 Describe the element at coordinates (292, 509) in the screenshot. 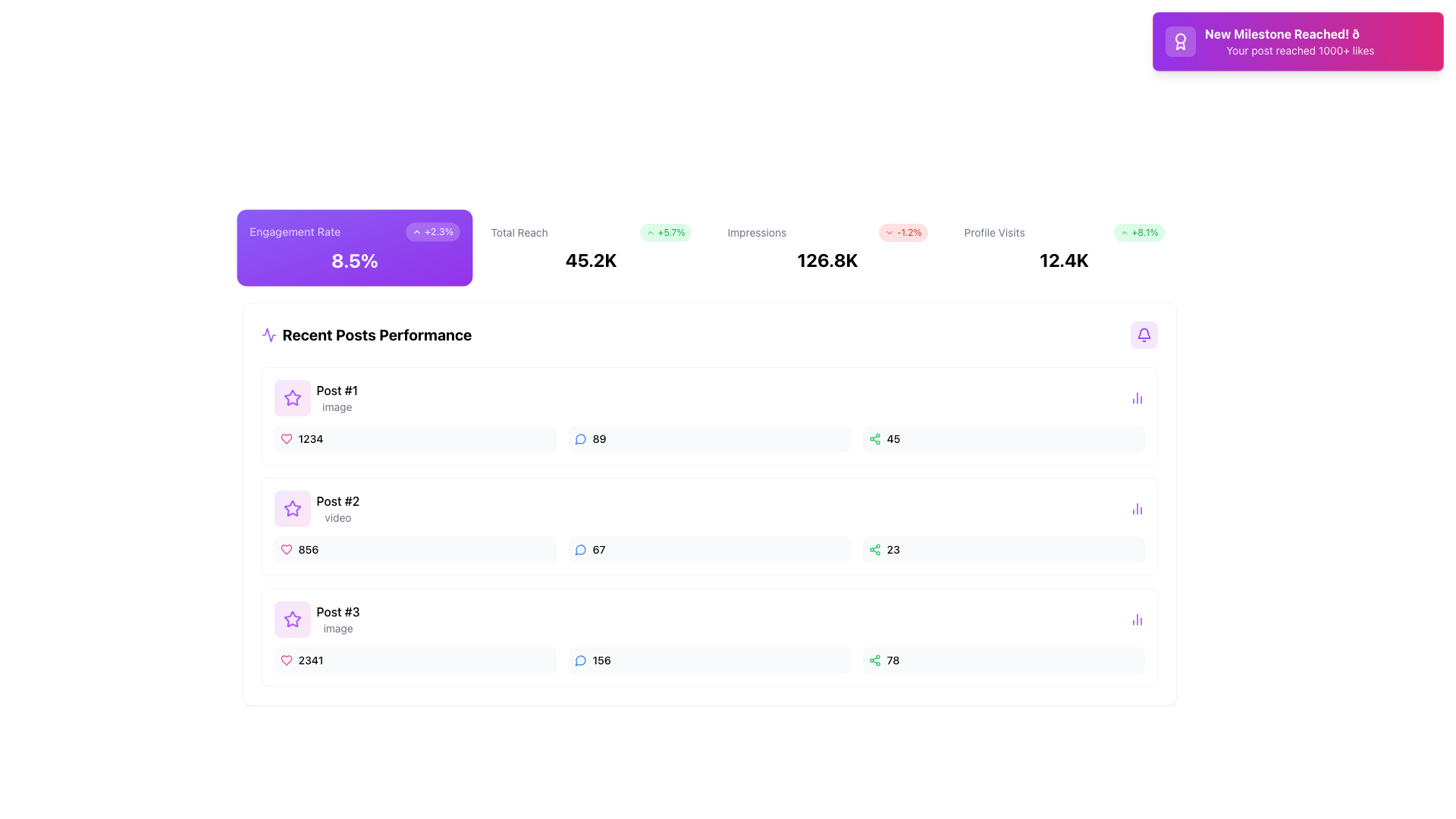

I see `the purple star-shaped icon located in the 'Recent Posts Performance' section, specifically in the 'Post #1' row, for visual information` at that location.